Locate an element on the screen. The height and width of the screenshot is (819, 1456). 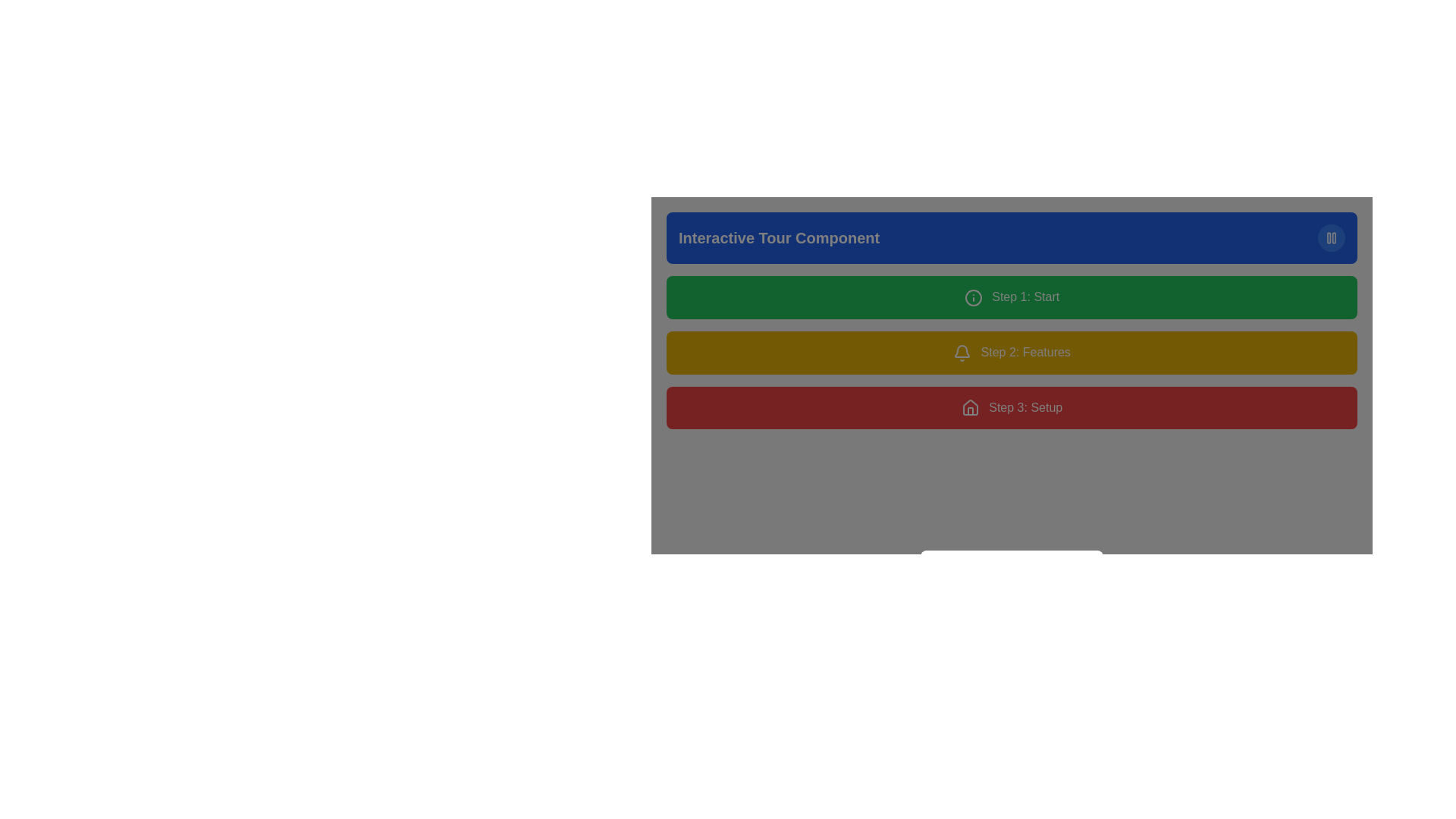
the circular button with a blue background and a pause symbol icon located at the top-right corner of the header labeled 'Interactive Tour Component' to change its appearance is located at coordinates (1331, 237).